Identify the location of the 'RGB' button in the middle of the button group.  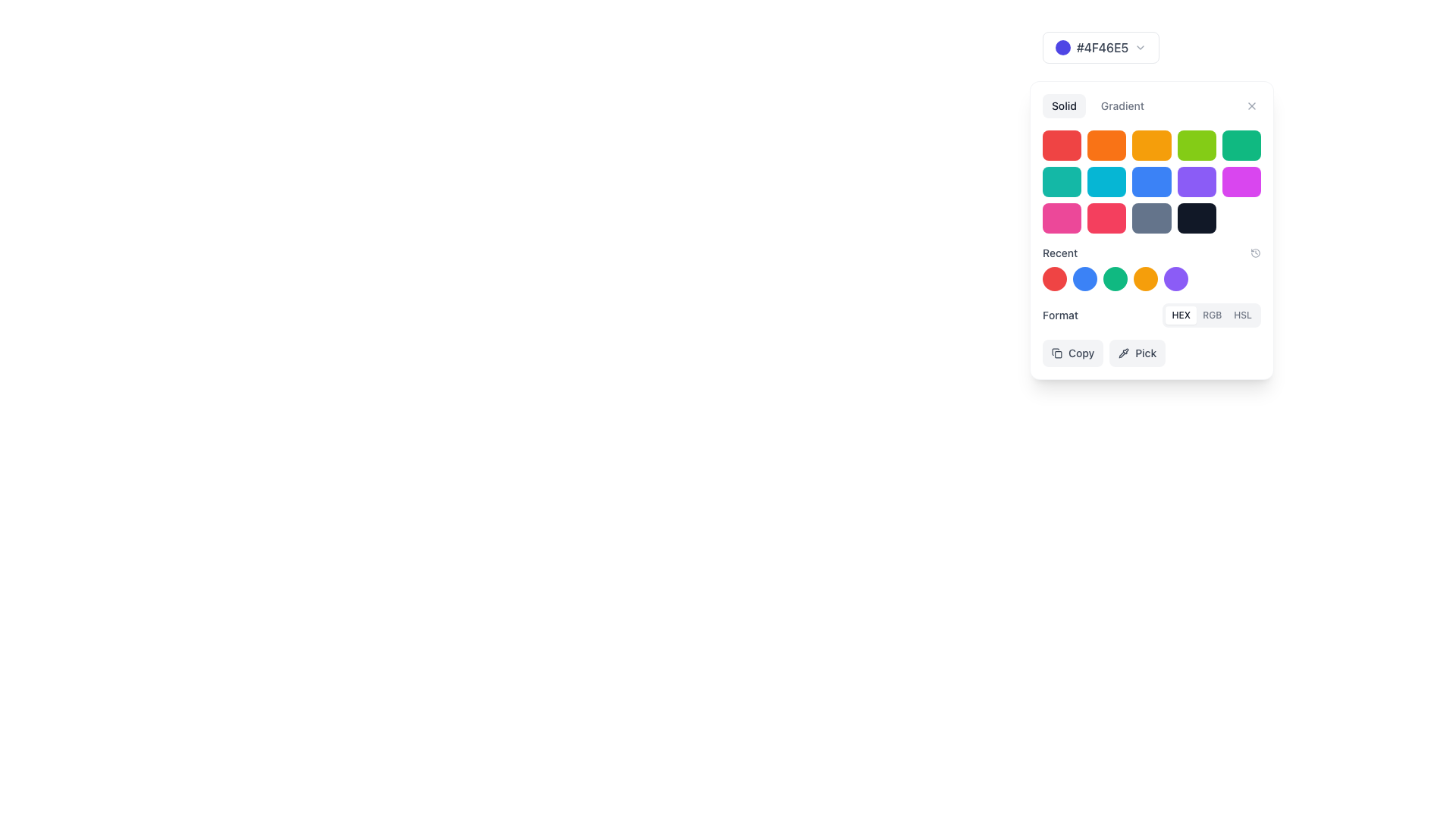
(1211, 315).